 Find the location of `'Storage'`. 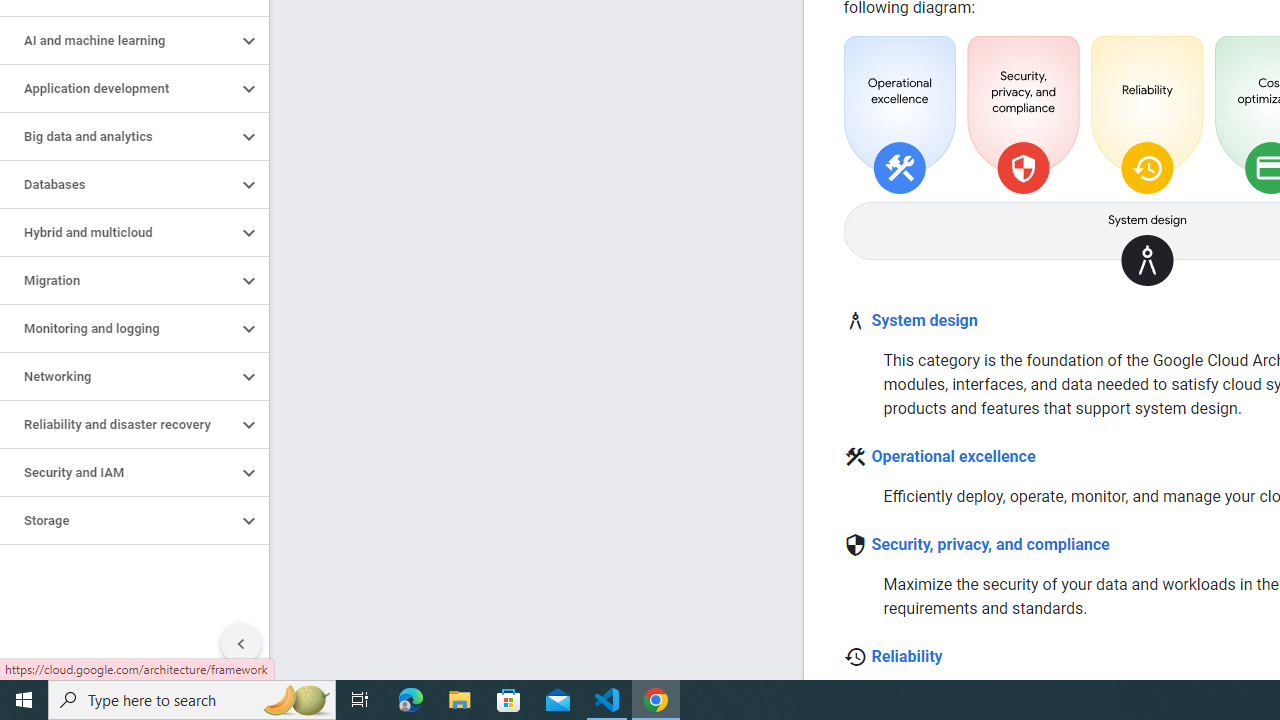

'Storage' is located at coordinates (117, 519).